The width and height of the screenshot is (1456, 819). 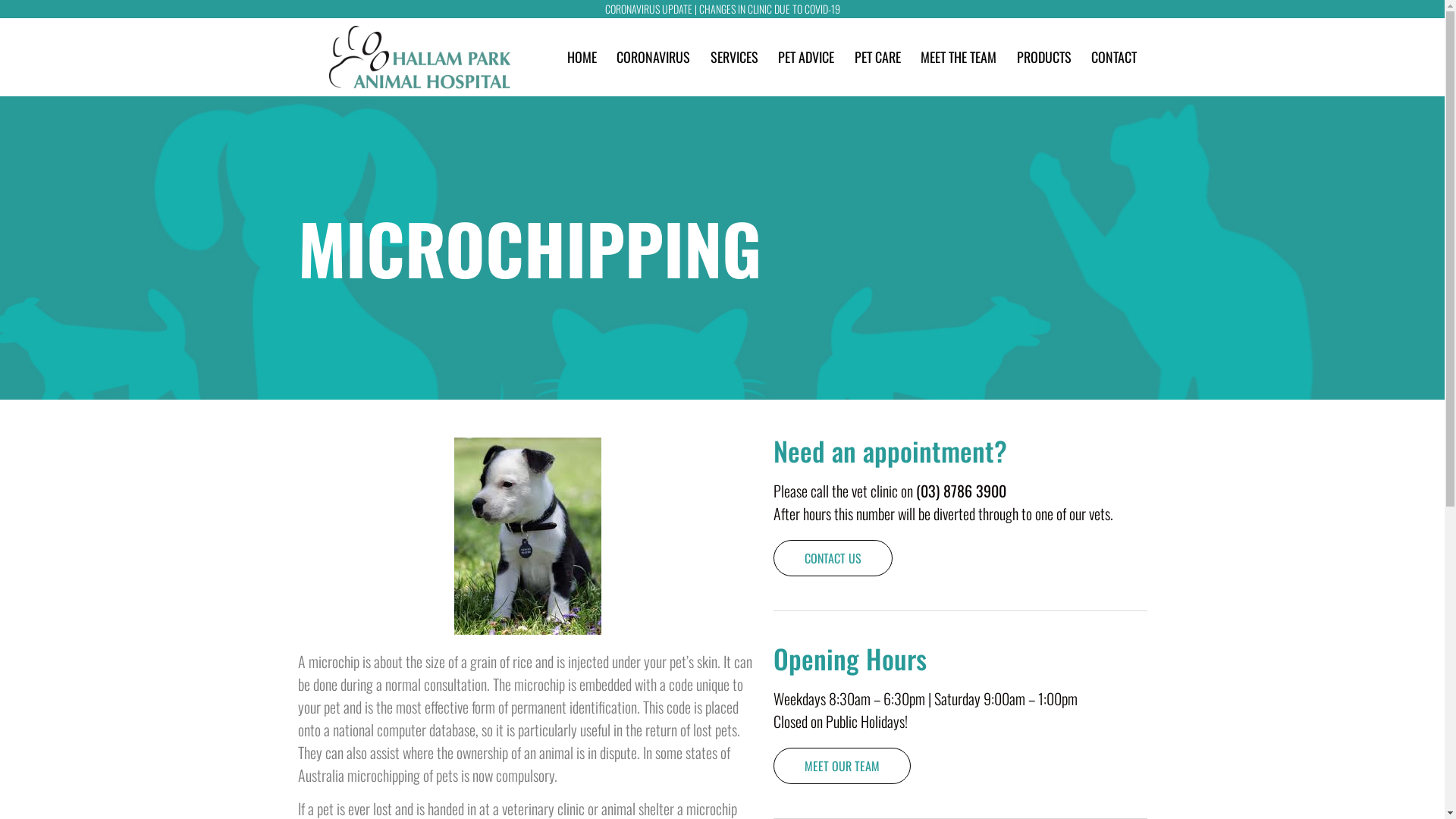 I want to click on 'MEET THE TEAM', so click(x=957, y=55).